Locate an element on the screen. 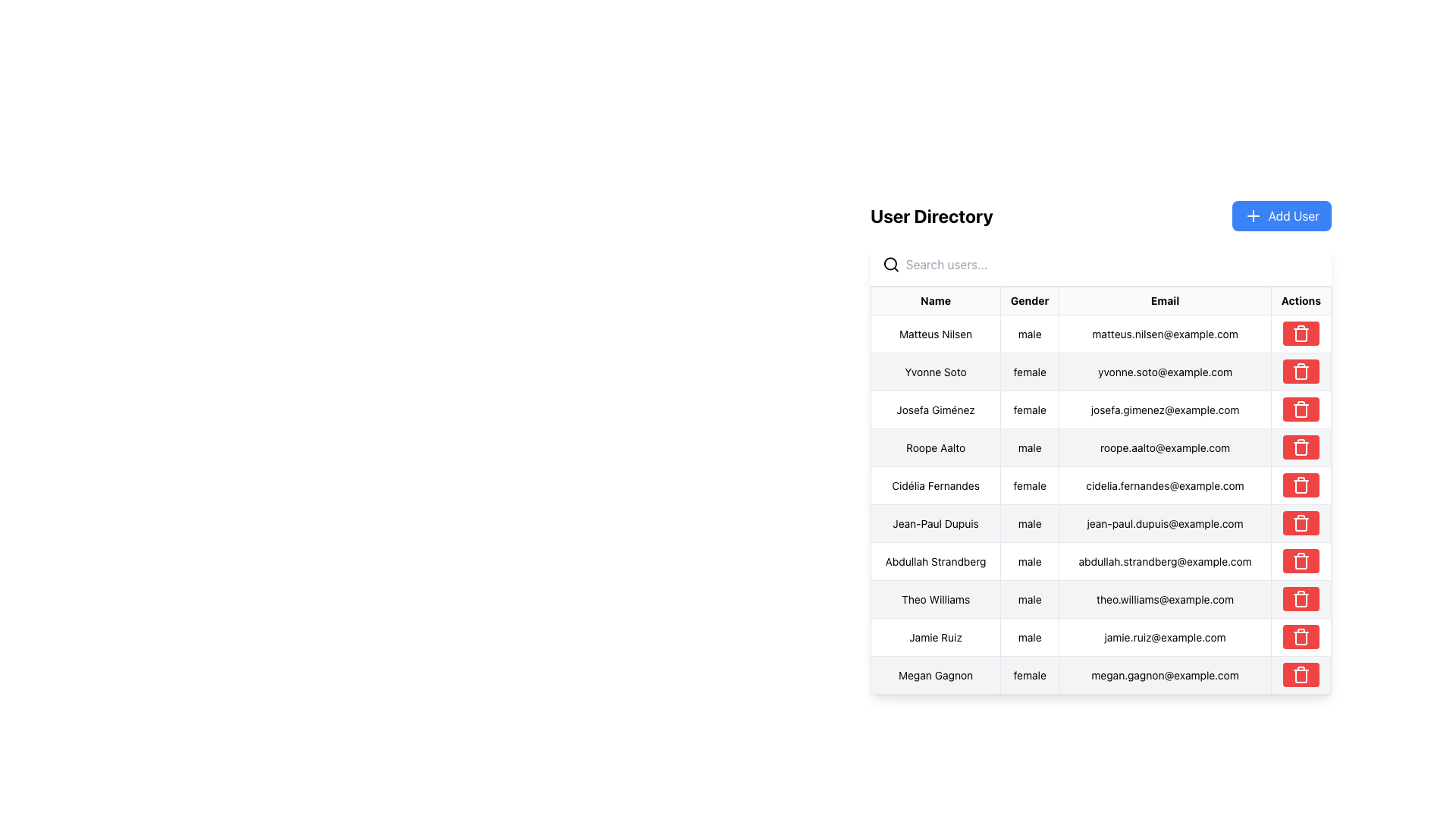 The width and height of the screenshot is (1456, 819). the Text Display element that shows the email address of the user 'Roope Aalto', located in the fourth row, third column labeled 'Email' is located at coordinates (1164, 447).